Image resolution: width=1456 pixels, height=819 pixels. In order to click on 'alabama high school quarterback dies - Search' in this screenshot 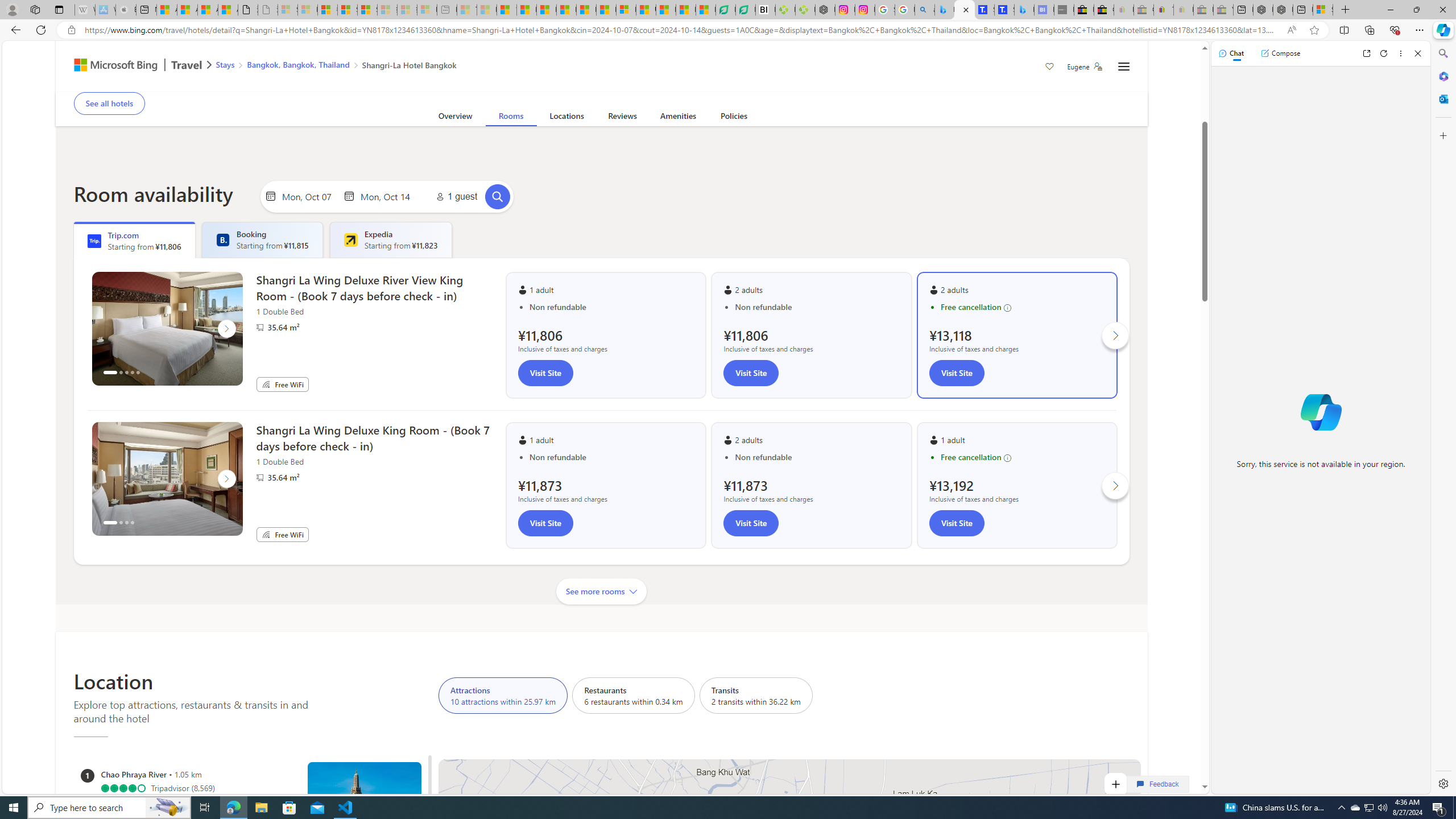, I will do `click(924, 9)`.